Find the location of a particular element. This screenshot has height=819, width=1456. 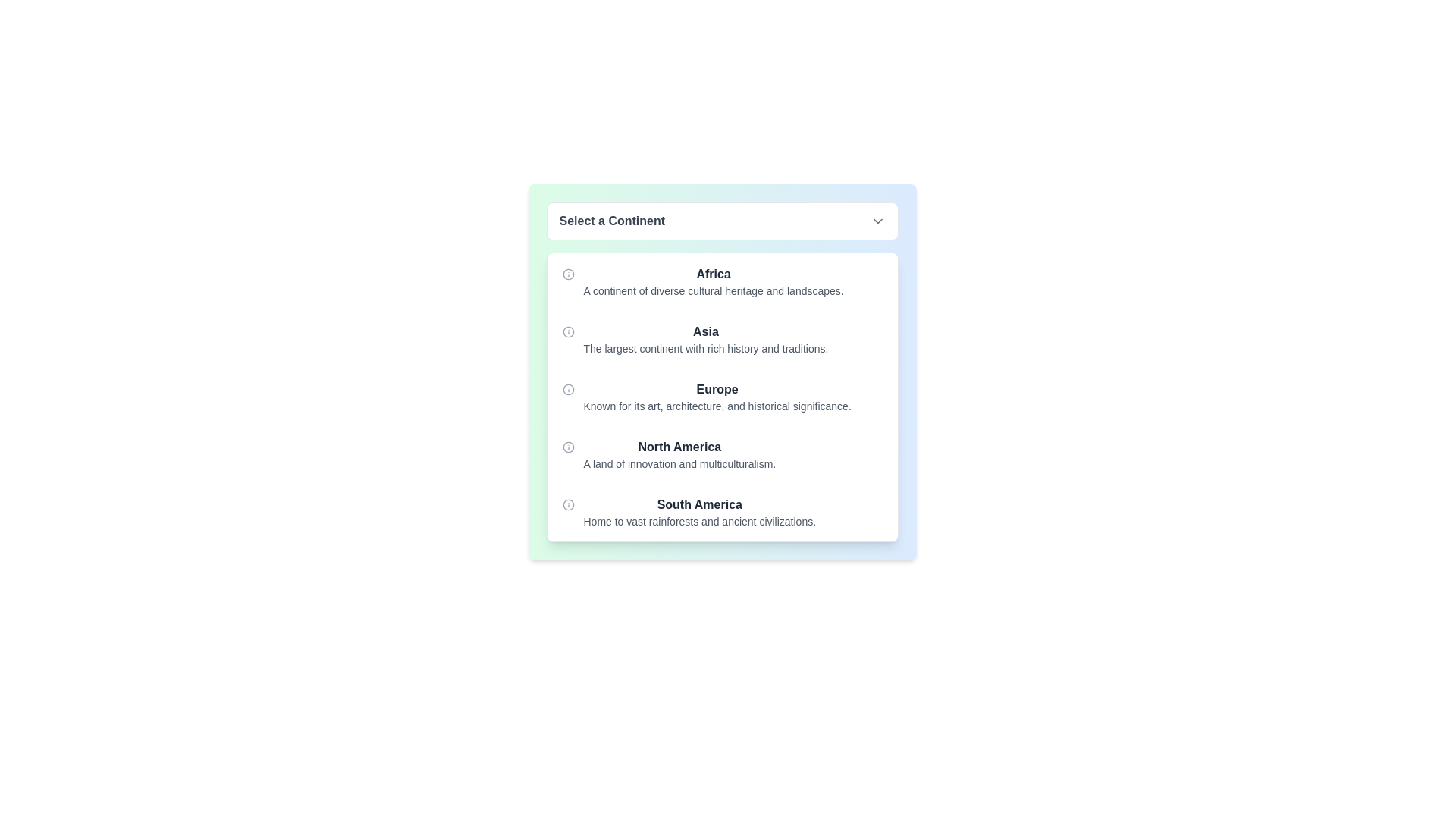

supportive description text label that clarifies the title 'North America' in the dropdown interface is located at coordinates (679, 463).